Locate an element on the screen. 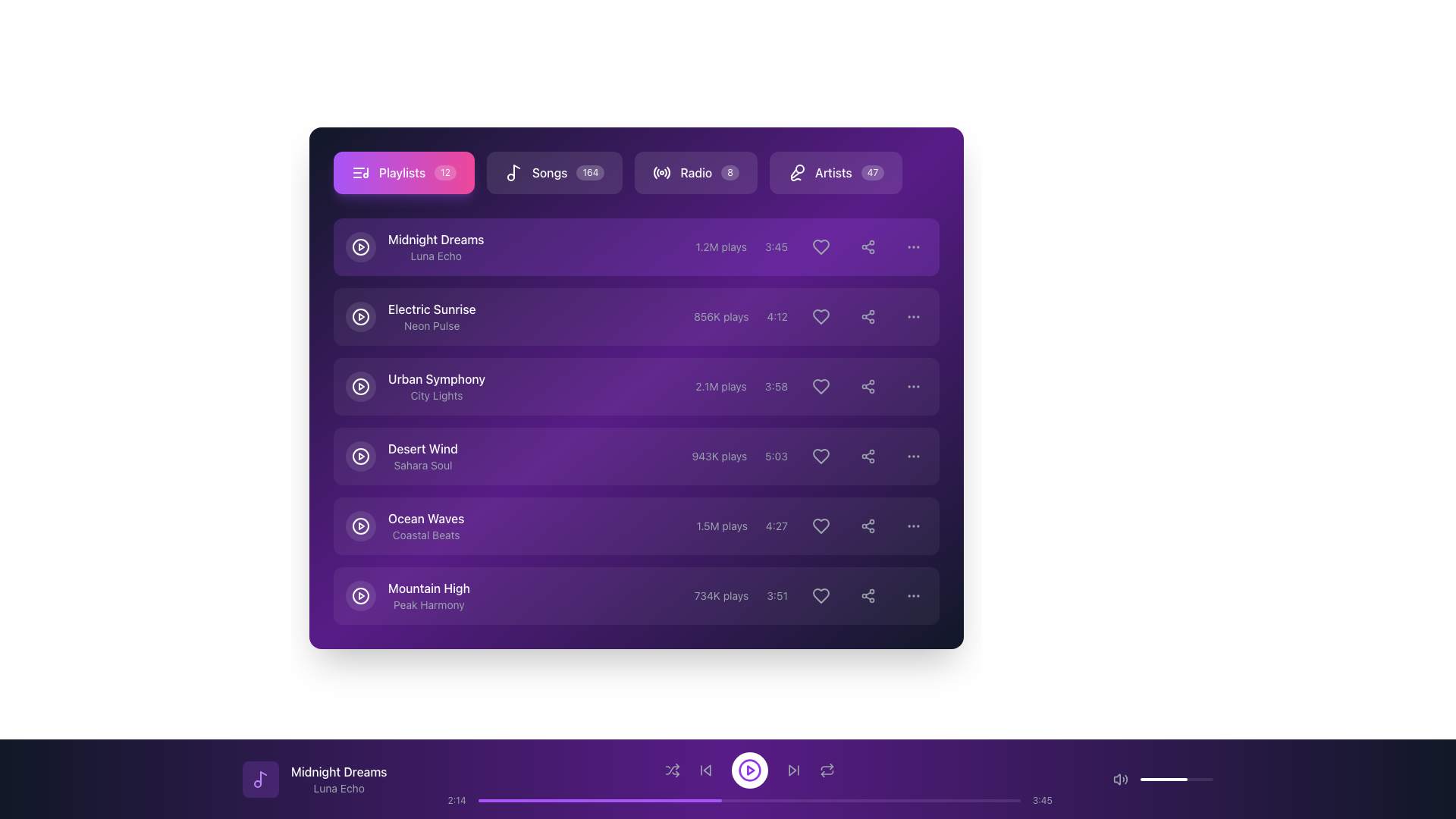 This screenshot has width=1456, height=819. the 'Radio' button, which is the third interactive option in the toolbar, positioned between the 'Songs' button and the 'Artists' button is located at coordinates (695, 171).